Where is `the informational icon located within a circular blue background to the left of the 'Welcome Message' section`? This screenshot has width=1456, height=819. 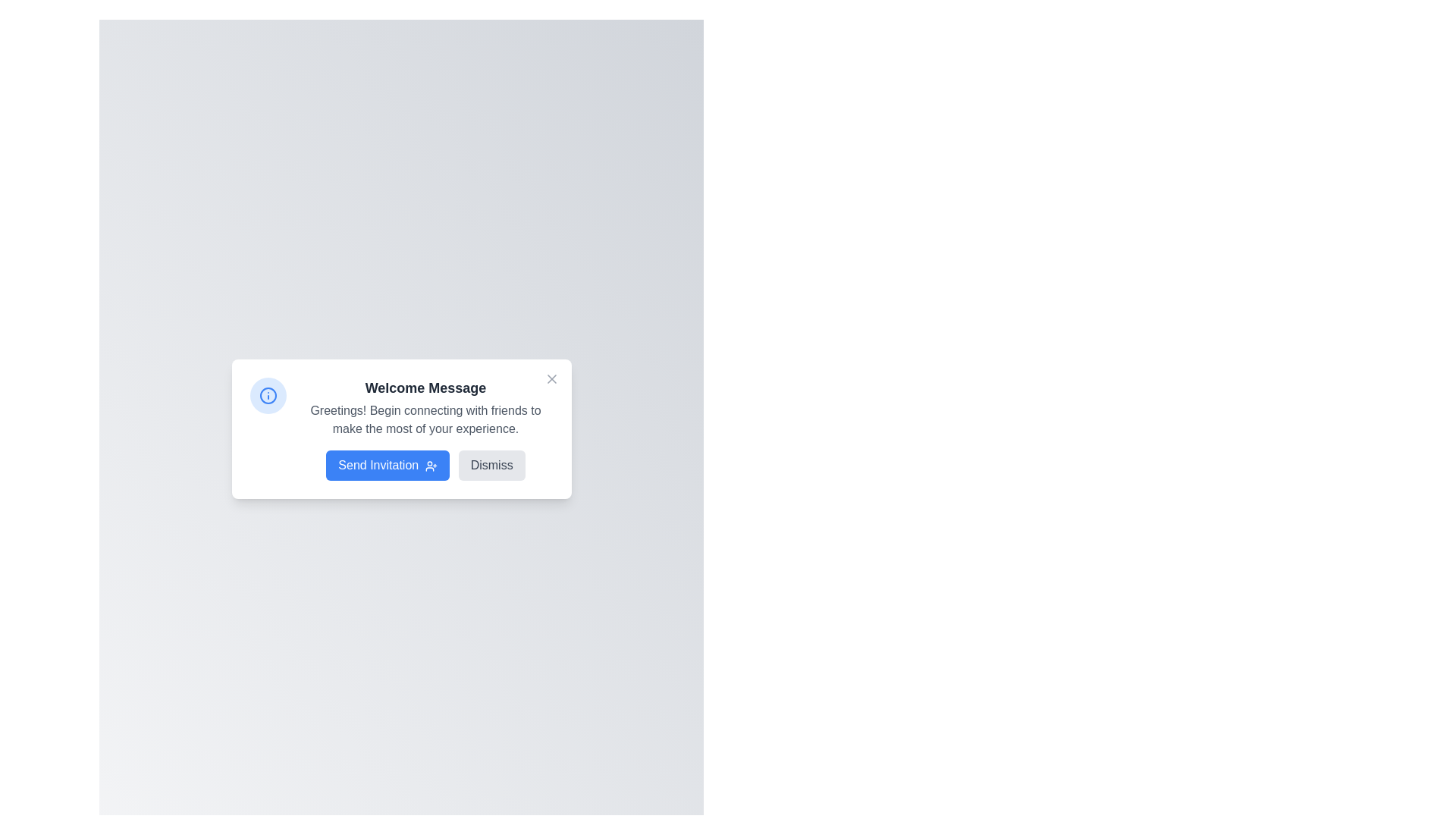
the informational icon located within a circular blue background to the left of the 'Welcome Message' section is located at coordinates (268, 394).